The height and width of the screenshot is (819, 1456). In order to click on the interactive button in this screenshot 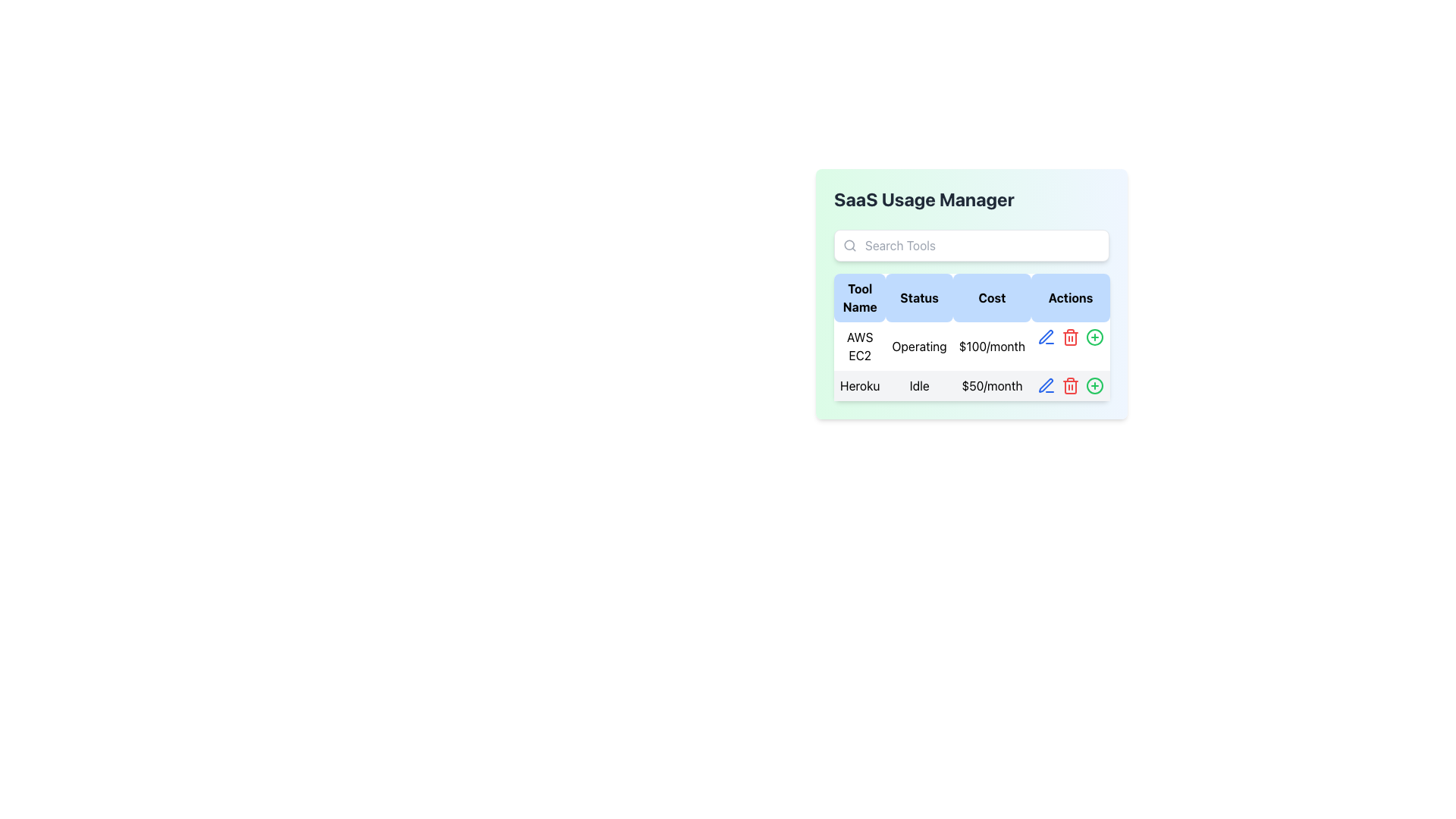, I will do `click(1095, 385)`.